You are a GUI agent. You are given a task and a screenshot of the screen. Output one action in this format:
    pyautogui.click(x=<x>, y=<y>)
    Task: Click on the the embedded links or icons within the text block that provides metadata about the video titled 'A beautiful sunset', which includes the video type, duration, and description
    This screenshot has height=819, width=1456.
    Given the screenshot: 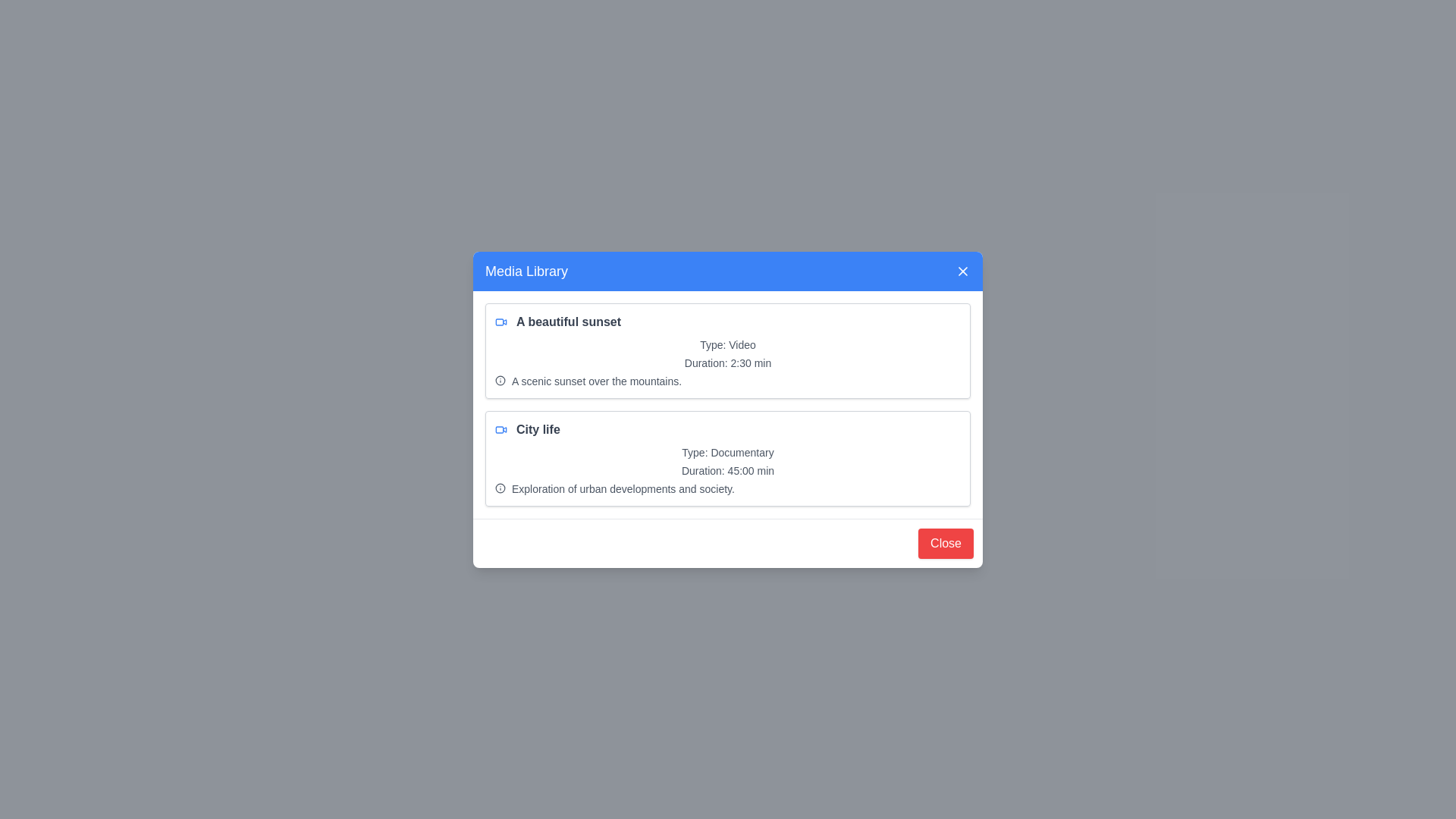 What is the action you would take?
    pyautogui.click(x=728, y=362)
    